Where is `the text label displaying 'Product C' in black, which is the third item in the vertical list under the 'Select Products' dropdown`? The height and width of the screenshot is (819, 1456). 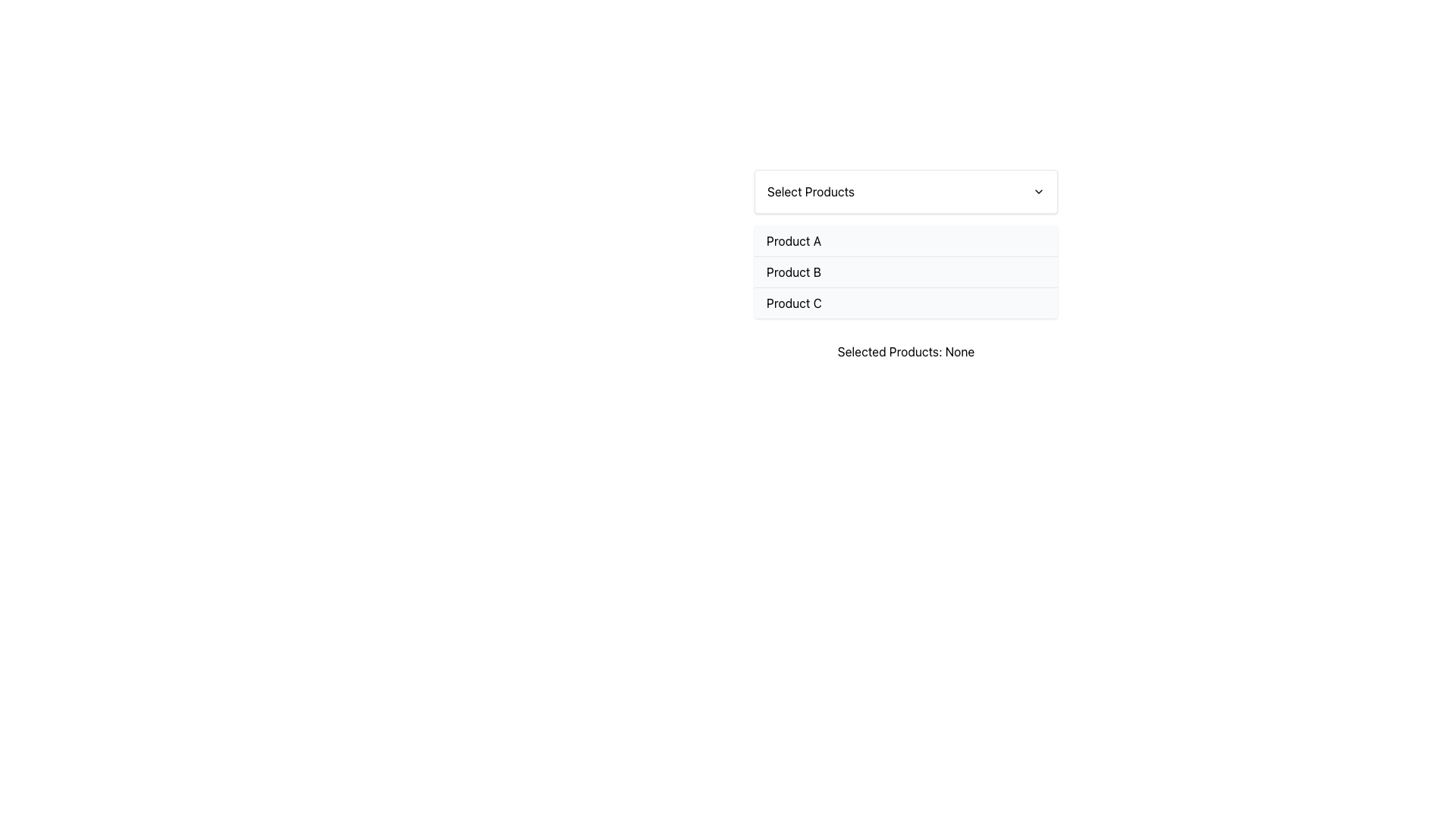 the text label displaying 'Product C' in black, which is the third item in the vertical list under the 'Select Products' dropdown is located at coordinates (793, 303).